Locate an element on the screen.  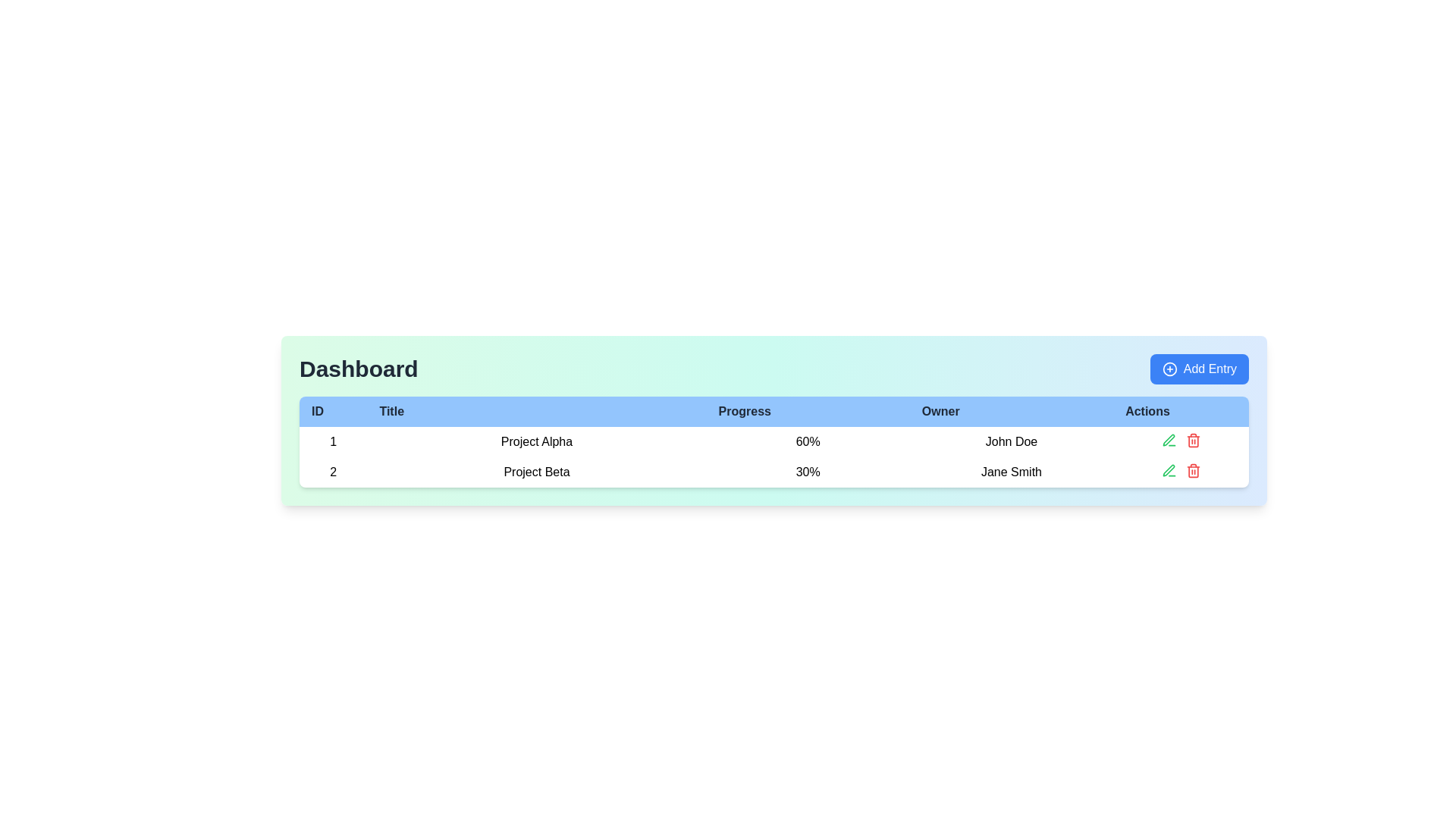
the green icon button resembling a pen or pencil located in the 'Actions' column of the second row in the table is located at coordinates (1168, 469).